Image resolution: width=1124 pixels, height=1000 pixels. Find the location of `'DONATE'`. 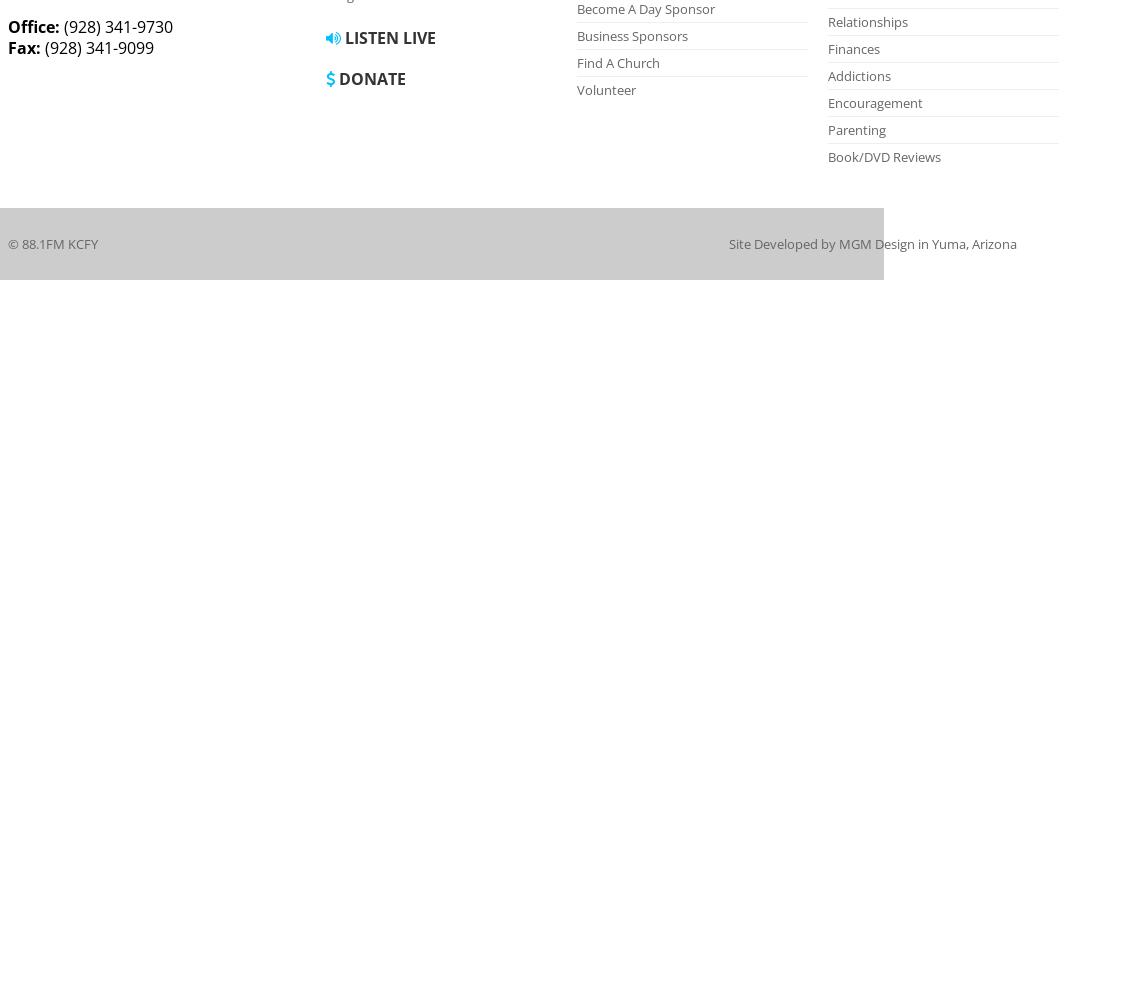

'DONATE' is located at coordinates (369, 78).